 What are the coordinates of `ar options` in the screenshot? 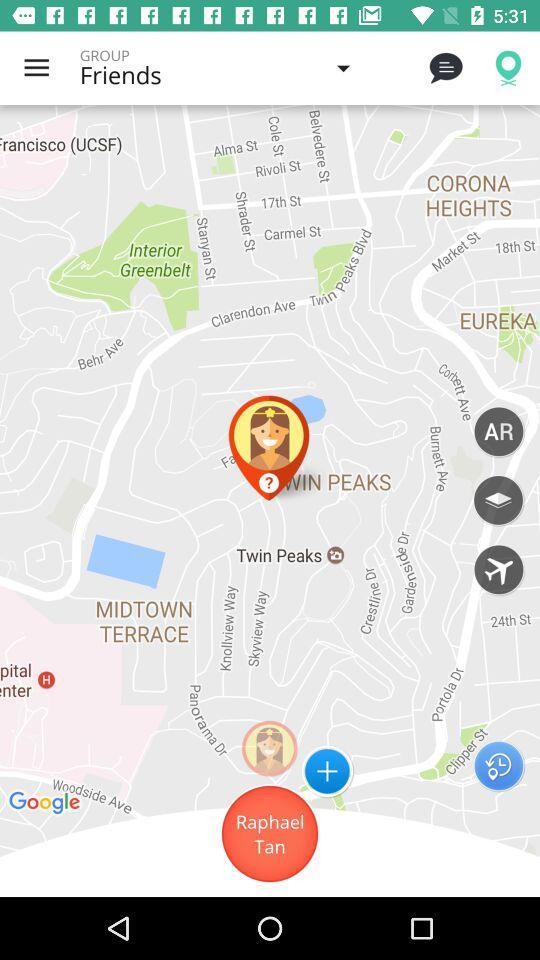 It's located at (497, 431).